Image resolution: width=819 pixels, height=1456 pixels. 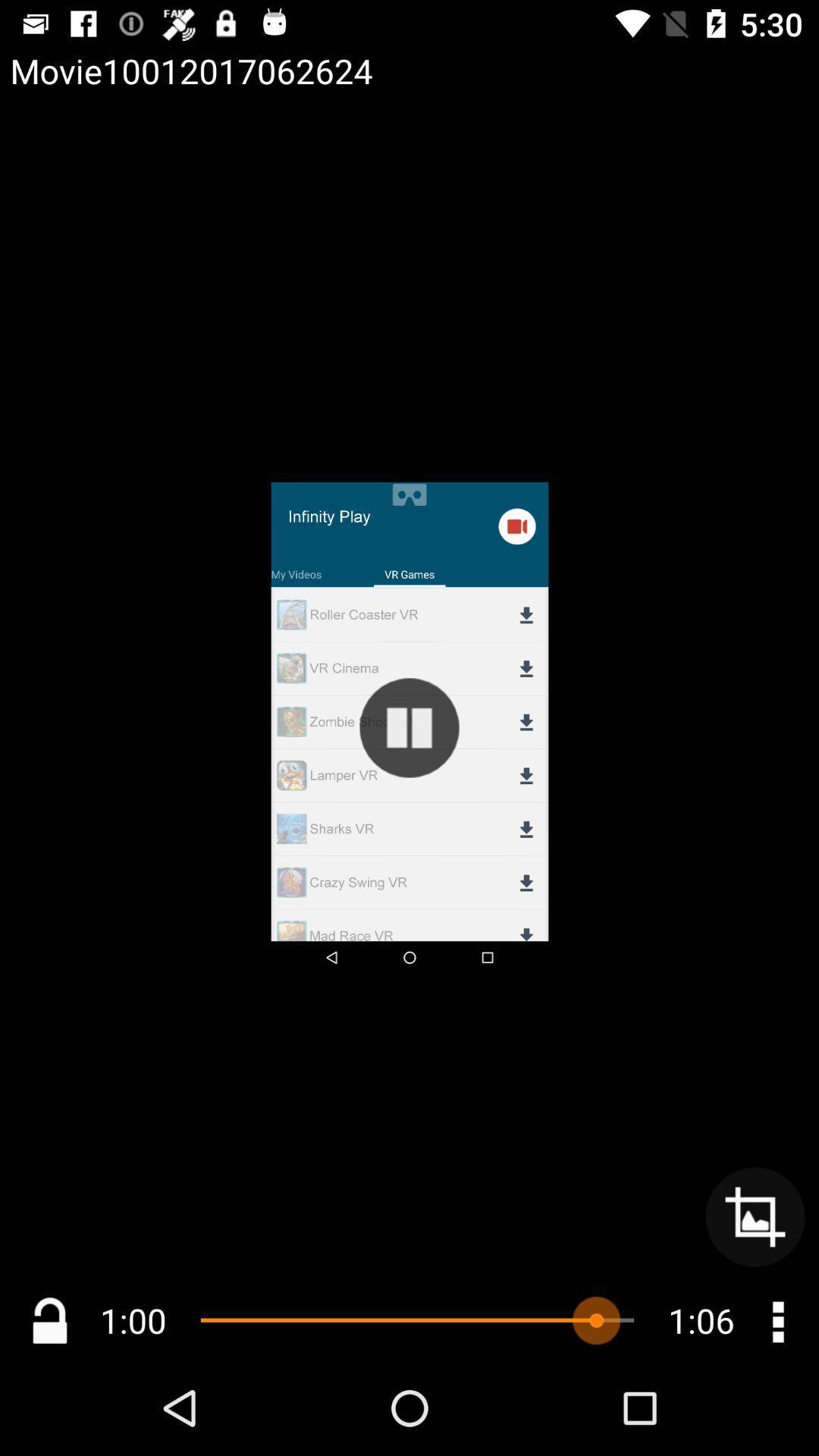 I want to click on this is button to pause the video, so click(x=409, y=728).